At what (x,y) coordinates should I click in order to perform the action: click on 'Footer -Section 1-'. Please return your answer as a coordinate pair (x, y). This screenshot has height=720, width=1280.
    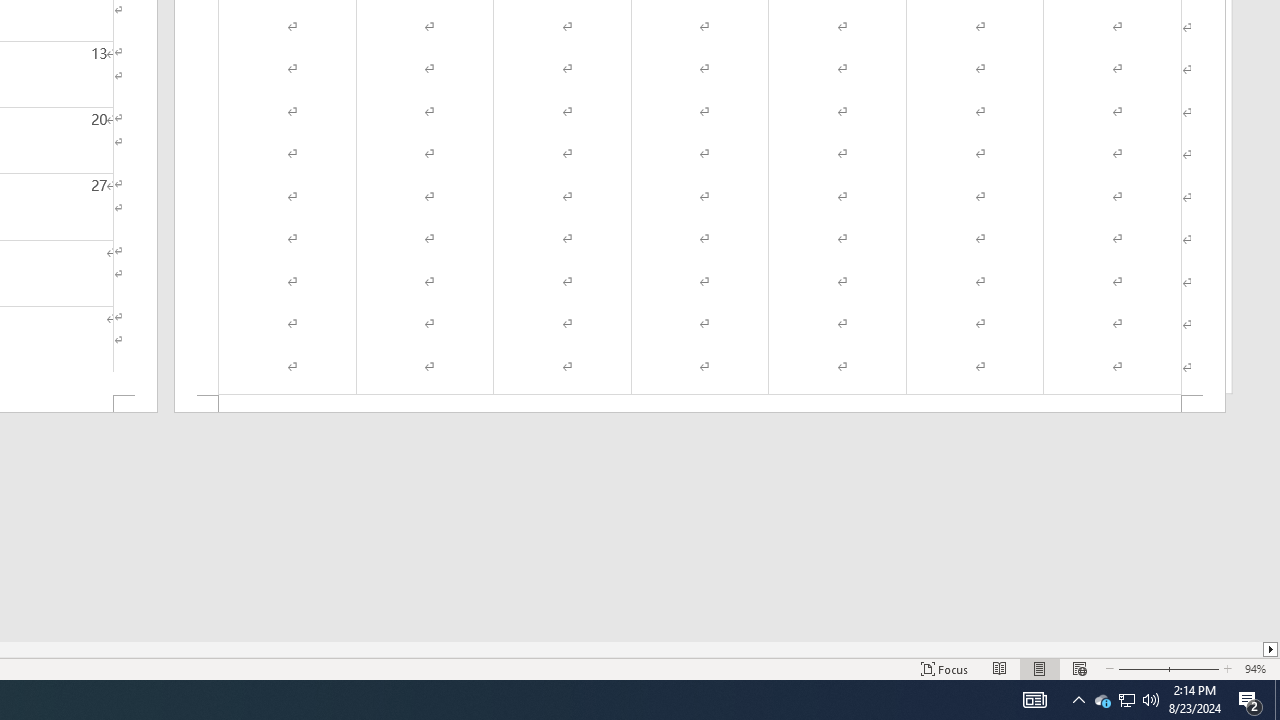
    Looking at the image, I should click on (700, 404).